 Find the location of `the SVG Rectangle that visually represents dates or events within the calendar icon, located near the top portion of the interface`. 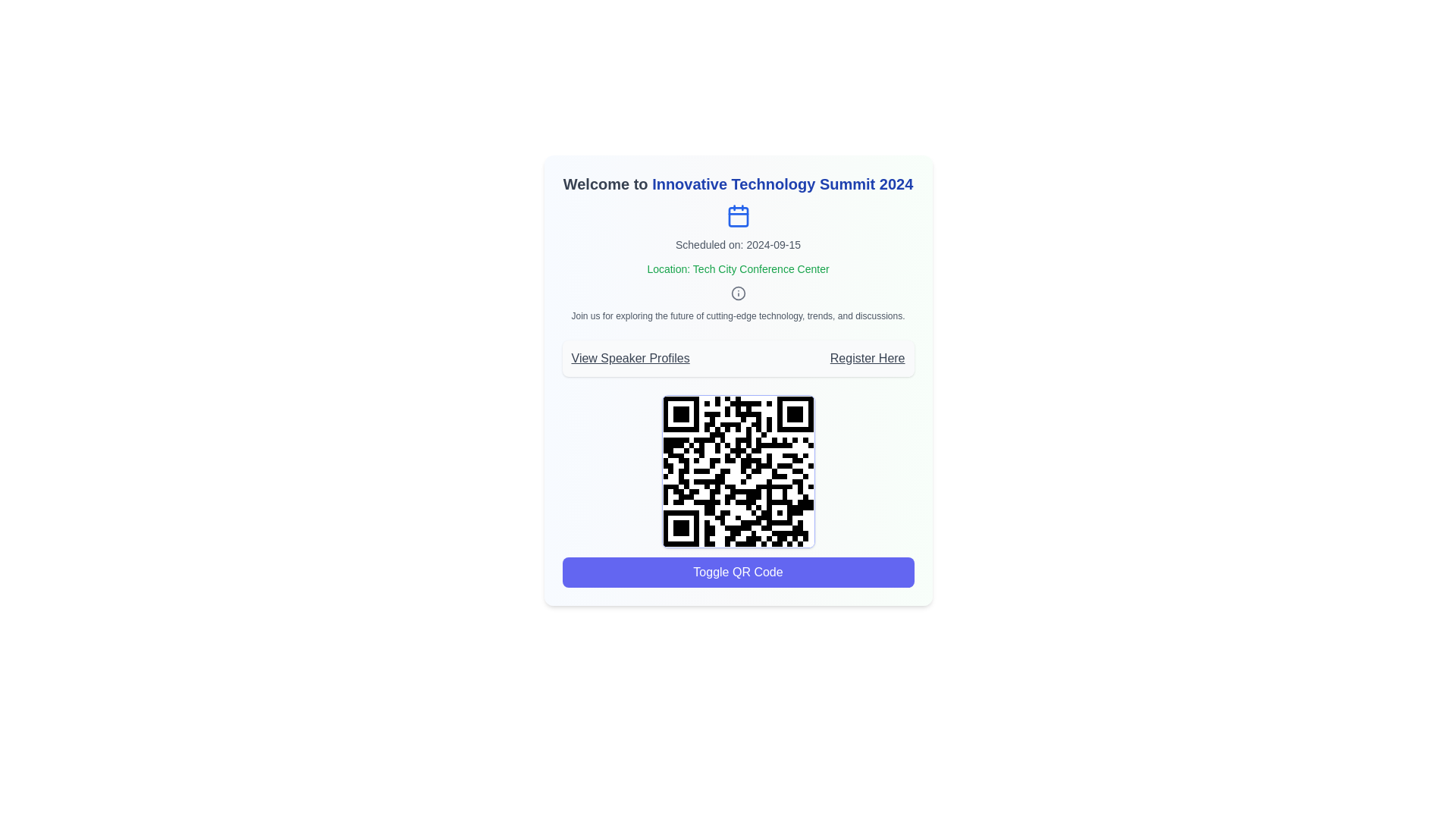

the SVG Rectangle that visually represents dates or events within the calendar icon, located near the top portion of the interface is located at coordinates (738, 217).